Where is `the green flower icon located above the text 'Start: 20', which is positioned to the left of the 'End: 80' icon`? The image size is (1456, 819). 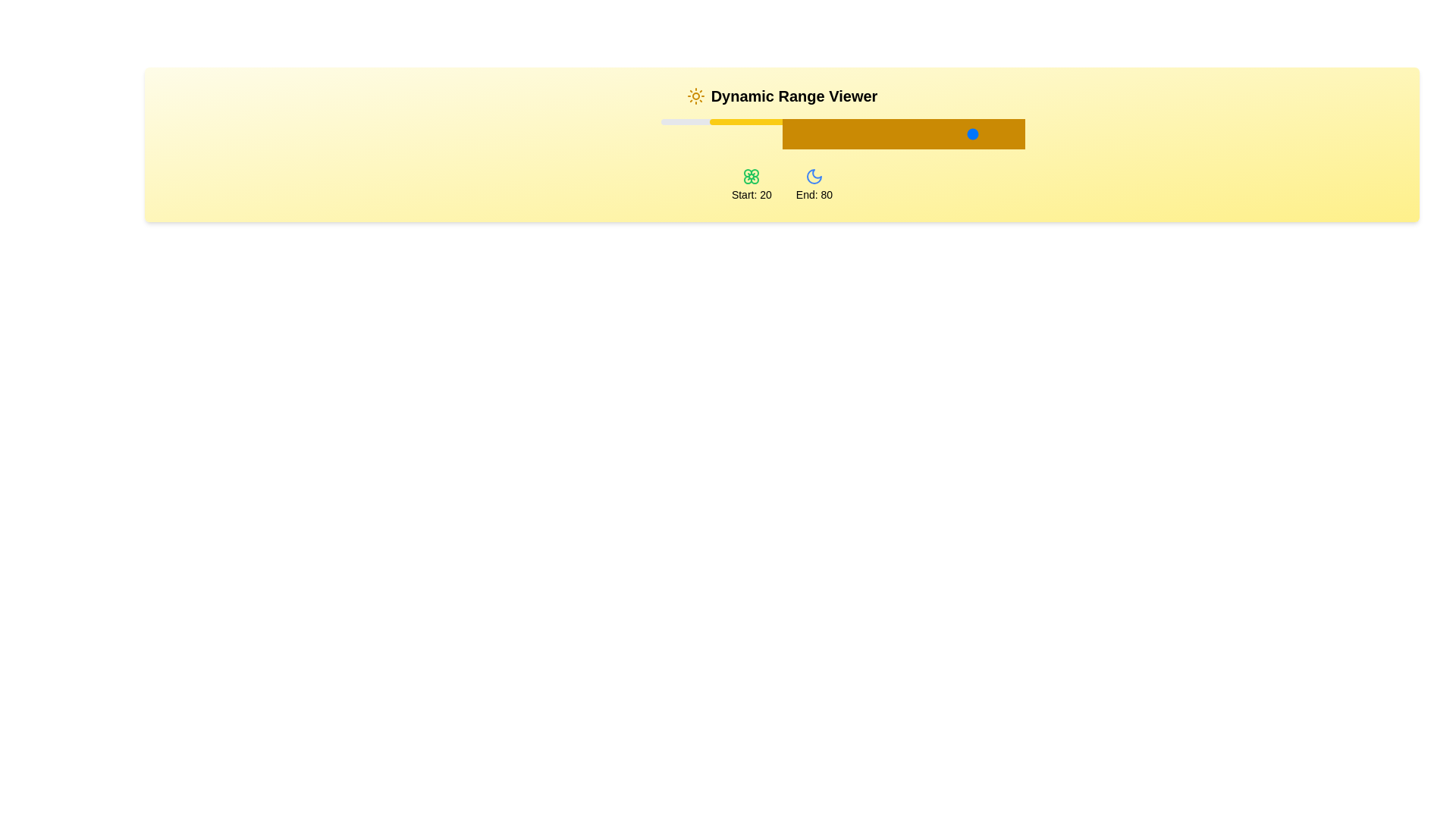 the green flower icon located above the text 'Start: 20', which is positioned to the left of the 'End: 80' icon is located at coordinates (752, 175).